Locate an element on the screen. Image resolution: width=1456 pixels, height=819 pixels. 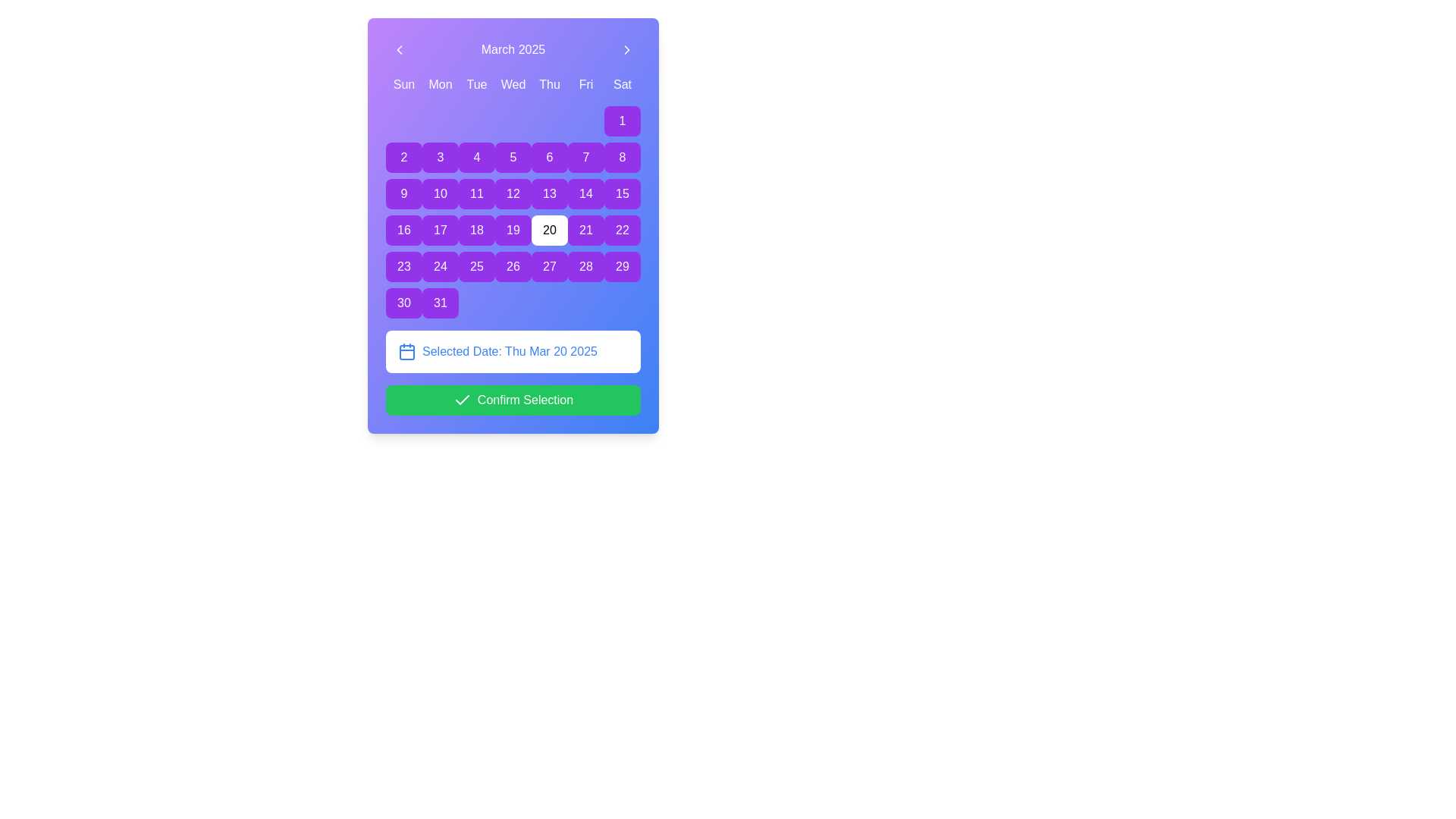
the 'Sun' label in the weekly calendar header, which is the first item in the sequence of days and is positioned at the top left of the interface is located at coordinates (403, 84).